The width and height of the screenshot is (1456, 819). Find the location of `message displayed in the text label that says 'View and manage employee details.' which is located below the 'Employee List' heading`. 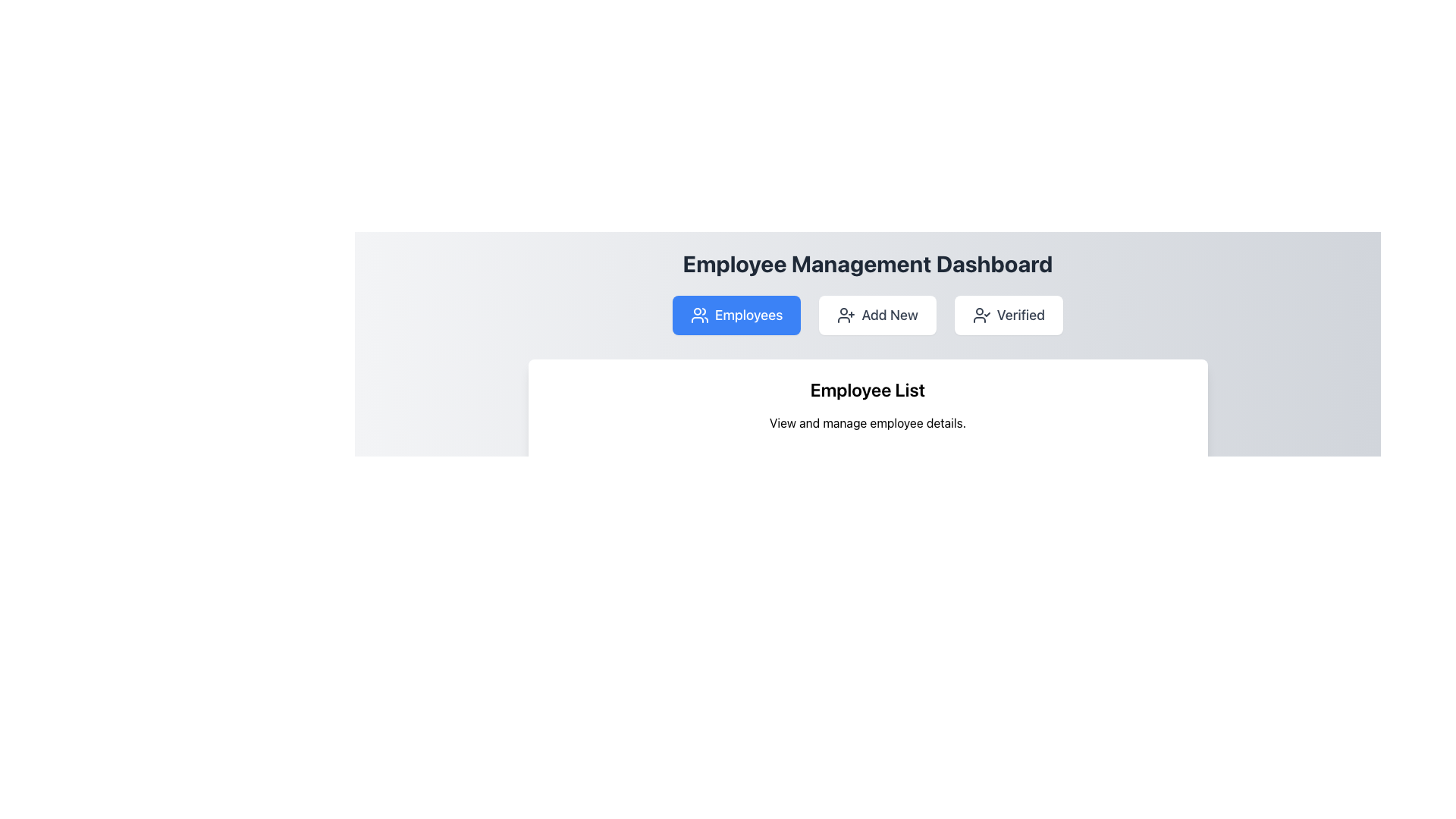

message displayed in the text label that says 'View and manage employee details.' which is located below the 'Employee List' heading is located at coordinates (868, 423).